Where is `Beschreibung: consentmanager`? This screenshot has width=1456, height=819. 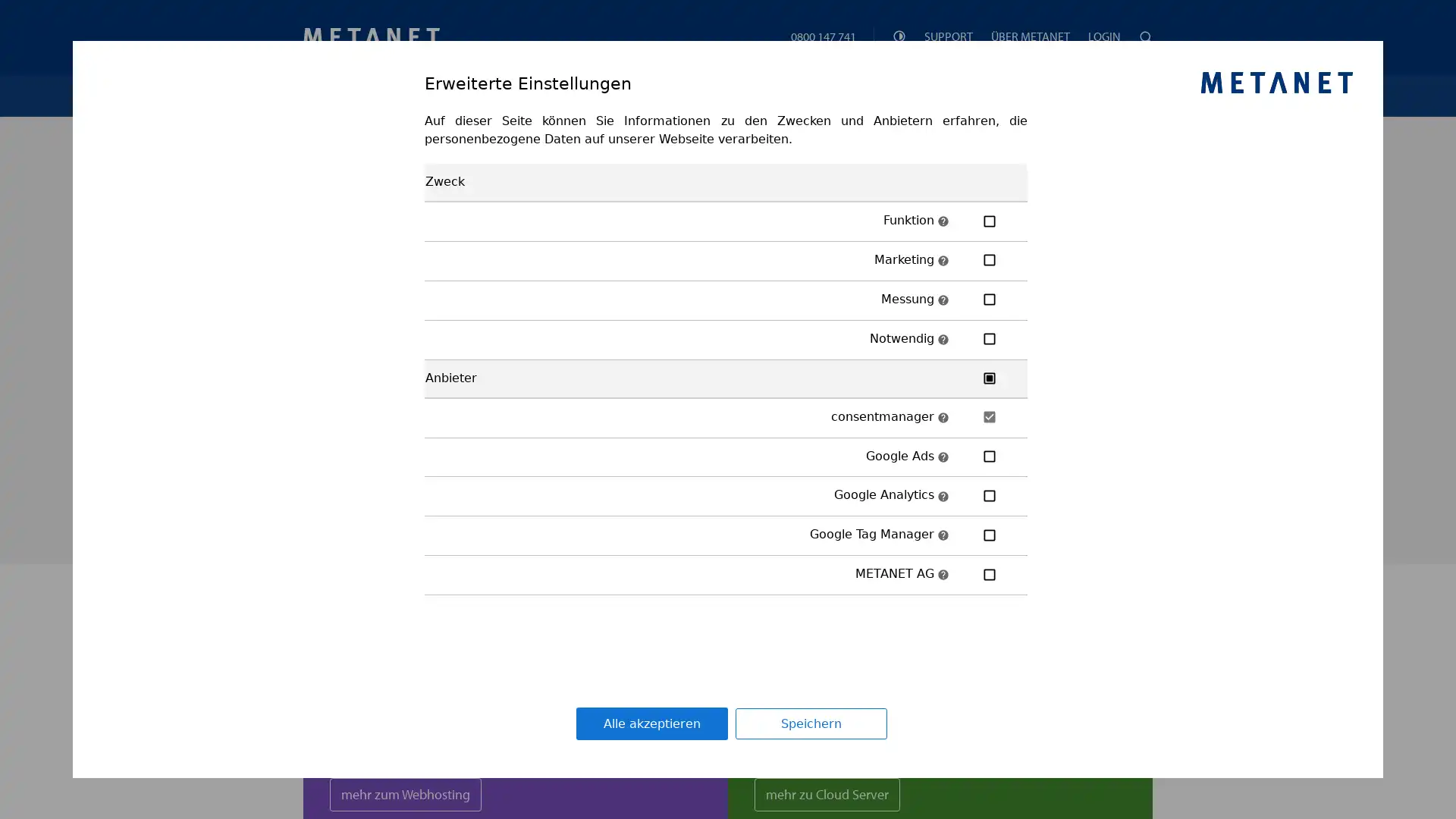 Beschreibung: consentmanager is located at coordinates (942, 416).